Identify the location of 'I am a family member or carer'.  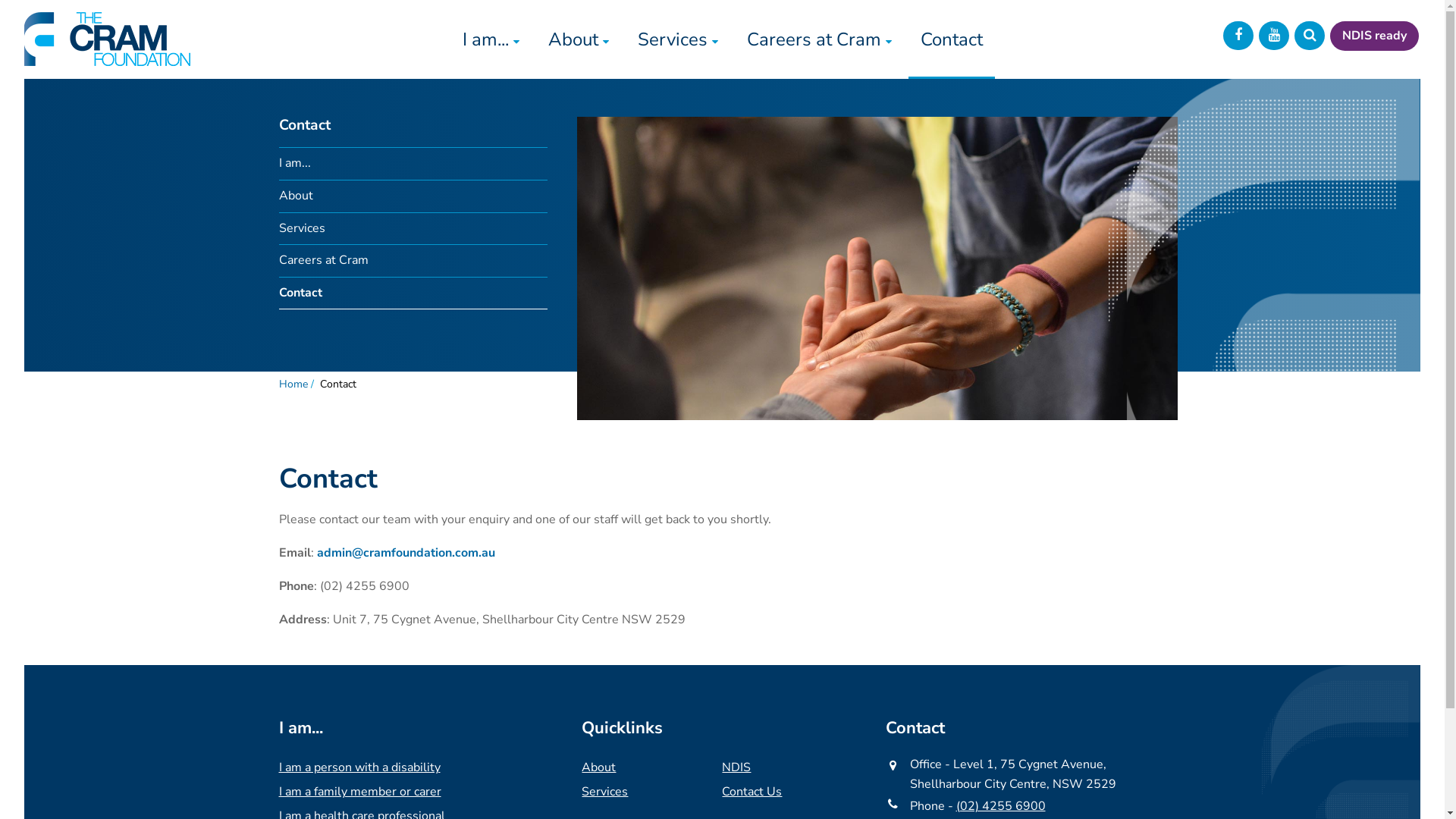
(359, 791).